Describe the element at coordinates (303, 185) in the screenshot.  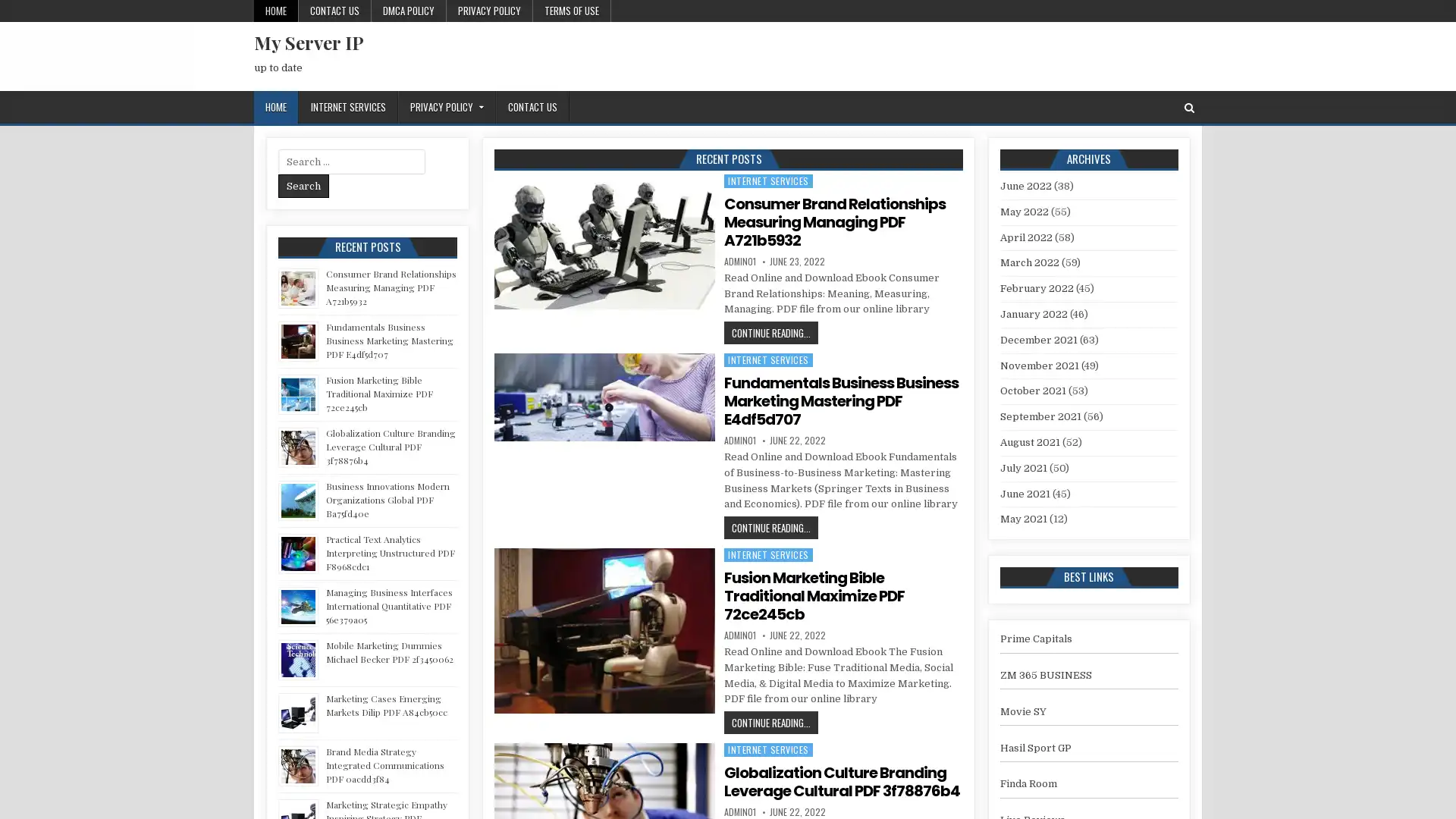
I see `Search` at that location.